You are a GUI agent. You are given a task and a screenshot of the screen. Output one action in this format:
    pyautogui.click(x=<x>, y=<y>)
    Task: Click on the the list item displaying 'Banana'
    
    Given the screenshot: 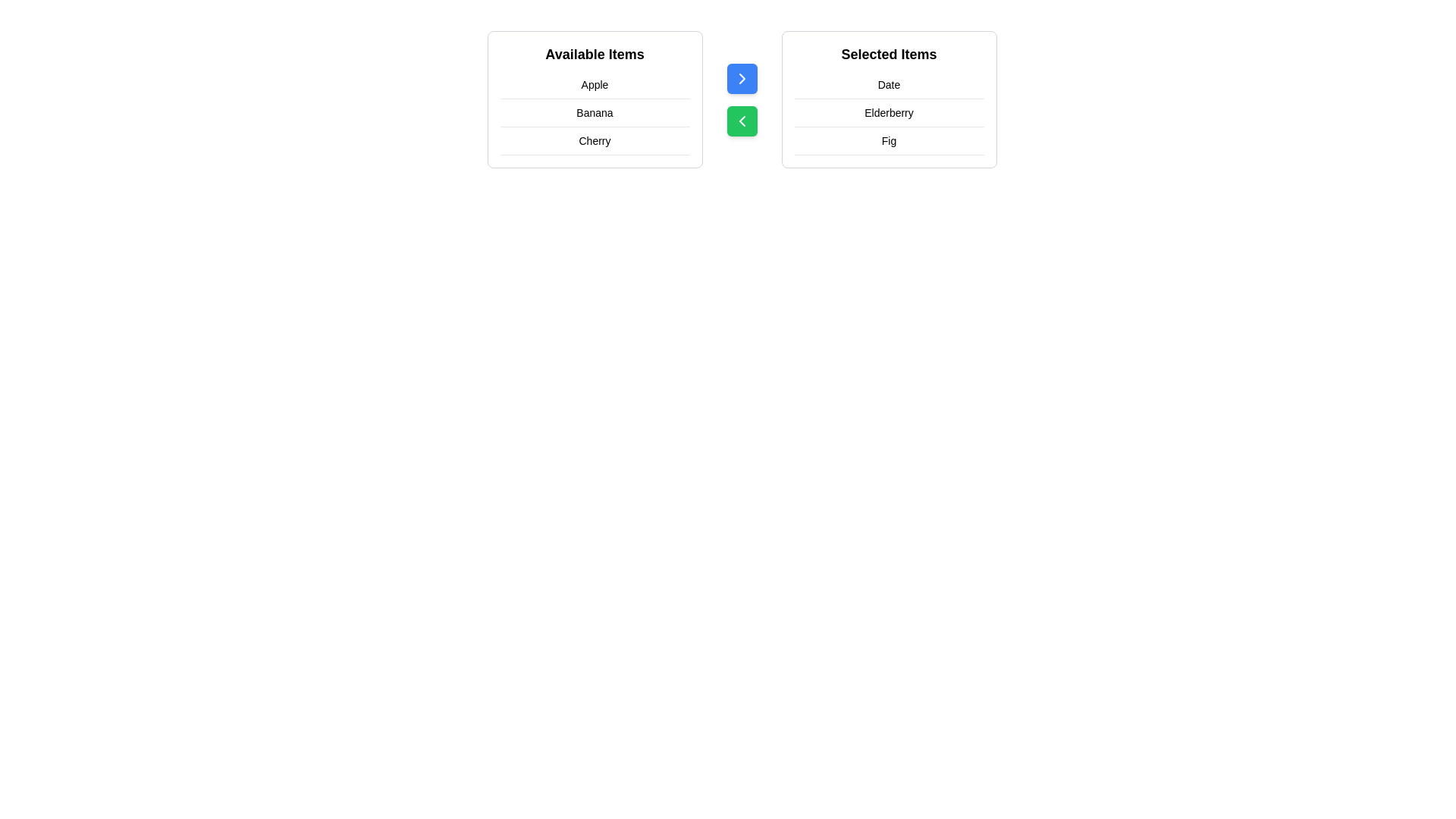 What is the action you would take?
    pyautogui.click(x=594, y=112)
    